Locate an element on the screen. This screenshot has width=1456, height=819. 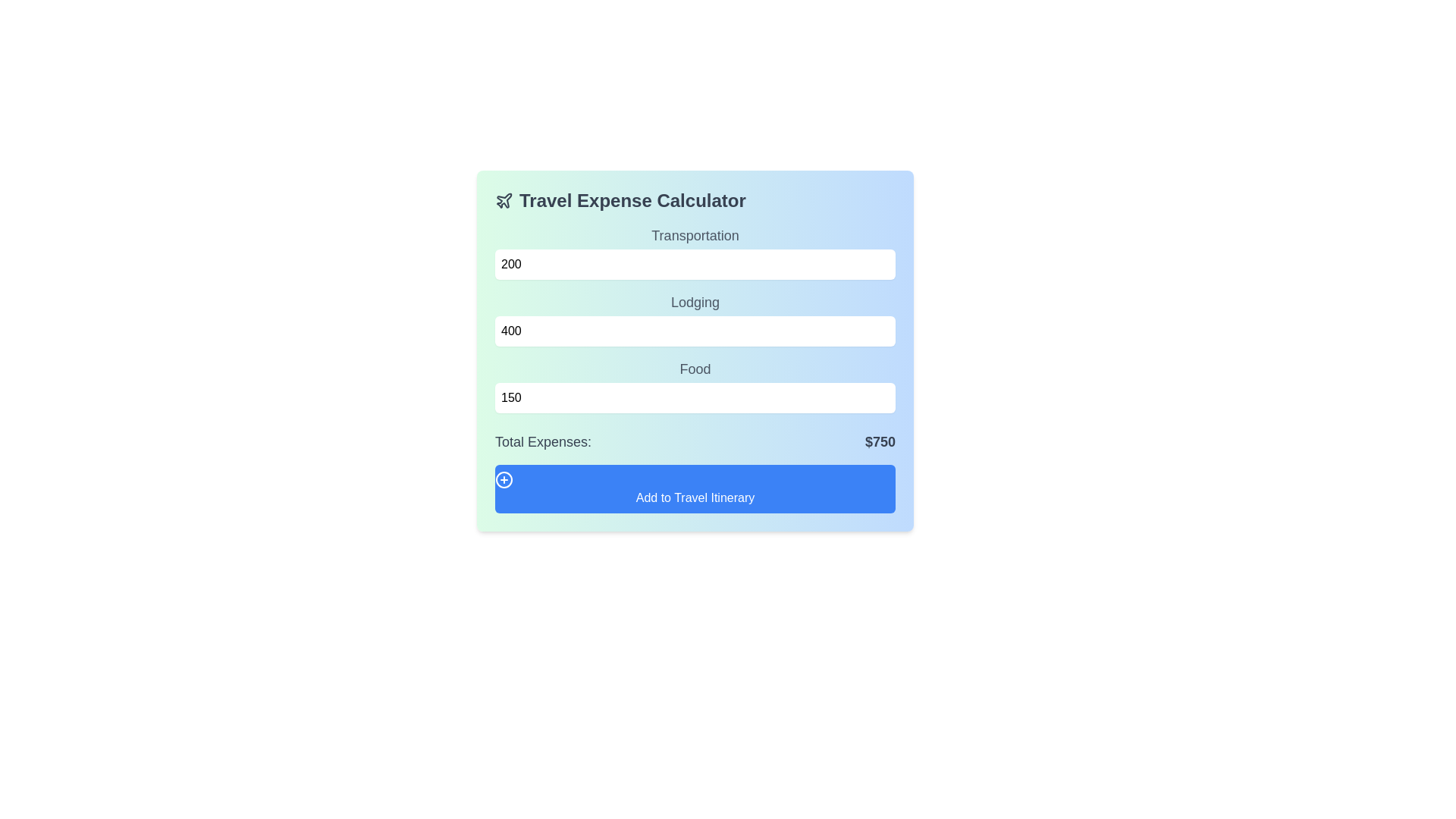
the static text label indicating the purpose of the numeric input field related to 'Food', which is positioned under the 'Lodging' section and above the input field displaying '150' is located at coordinates (694, 369).